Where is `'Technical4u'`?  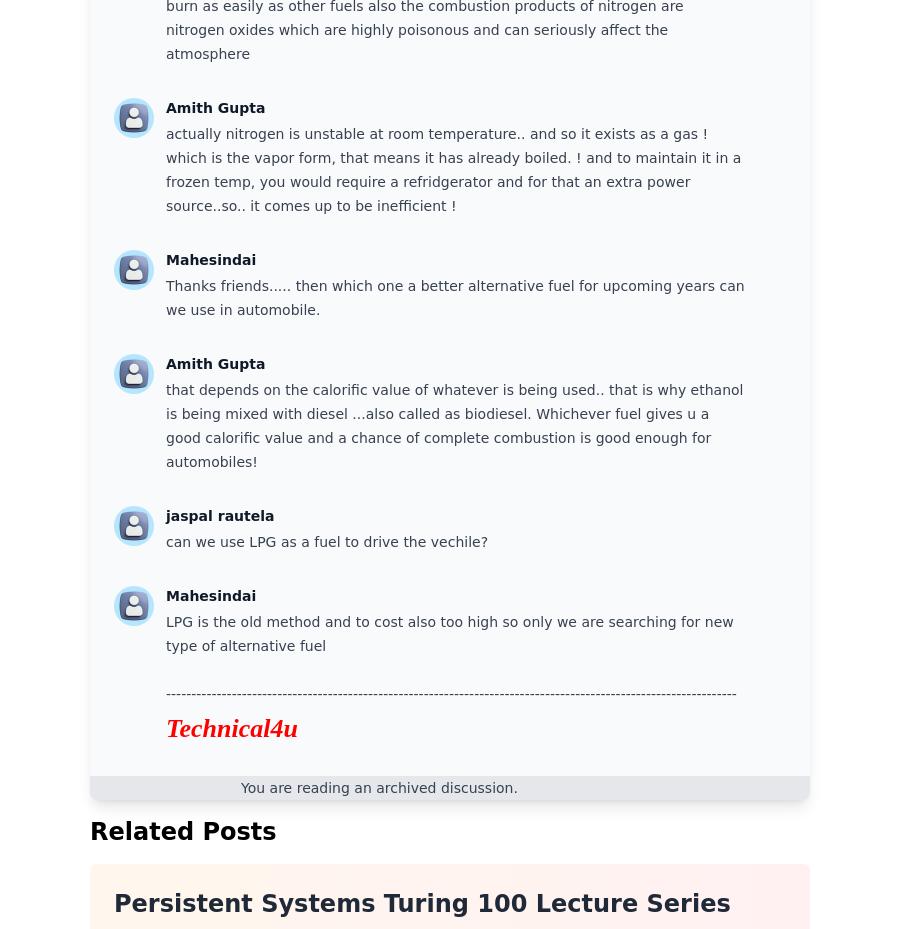 'Technical4u' is located at coordinates (230, 728).